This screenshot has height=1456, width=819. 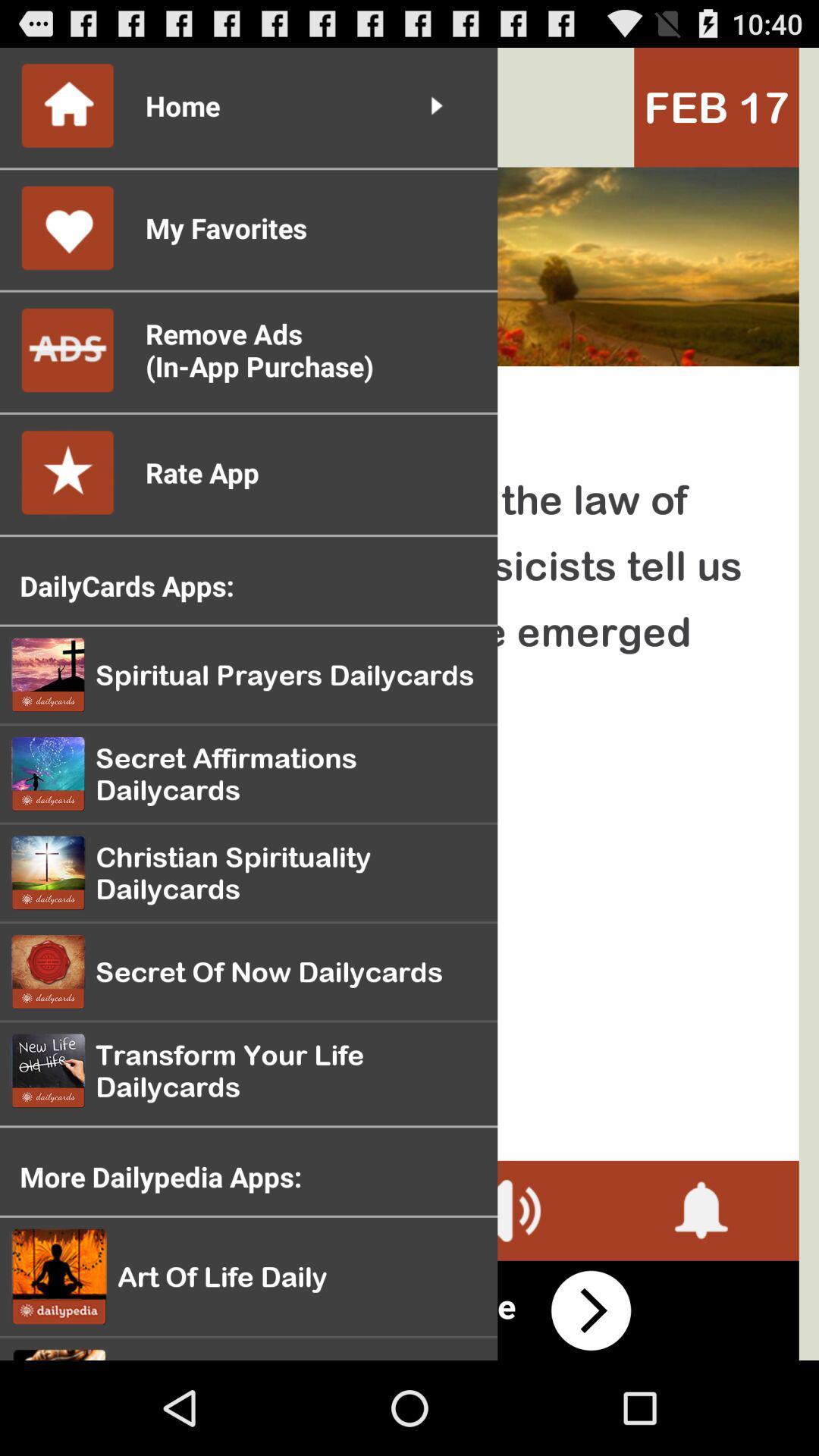 I want to click on the home icon, so click(x=50, y=114).